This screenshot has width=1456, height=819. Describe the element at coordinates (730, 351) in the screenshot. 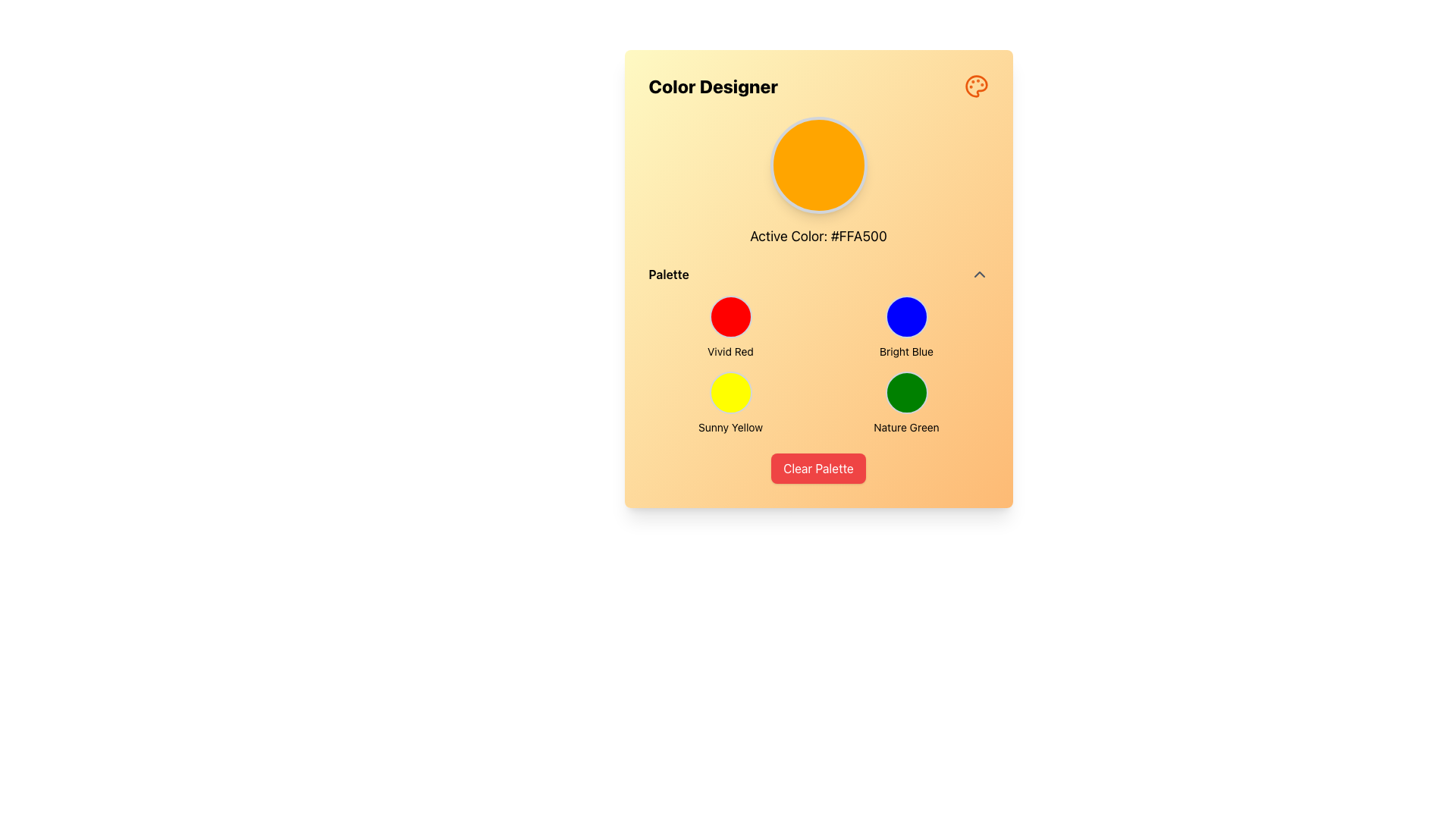

I see `the 'Vivid Red' text label, which serves as a descriptive label for the color option directly beneath the red circular button in the top-left cell of the grid layout` at that location.